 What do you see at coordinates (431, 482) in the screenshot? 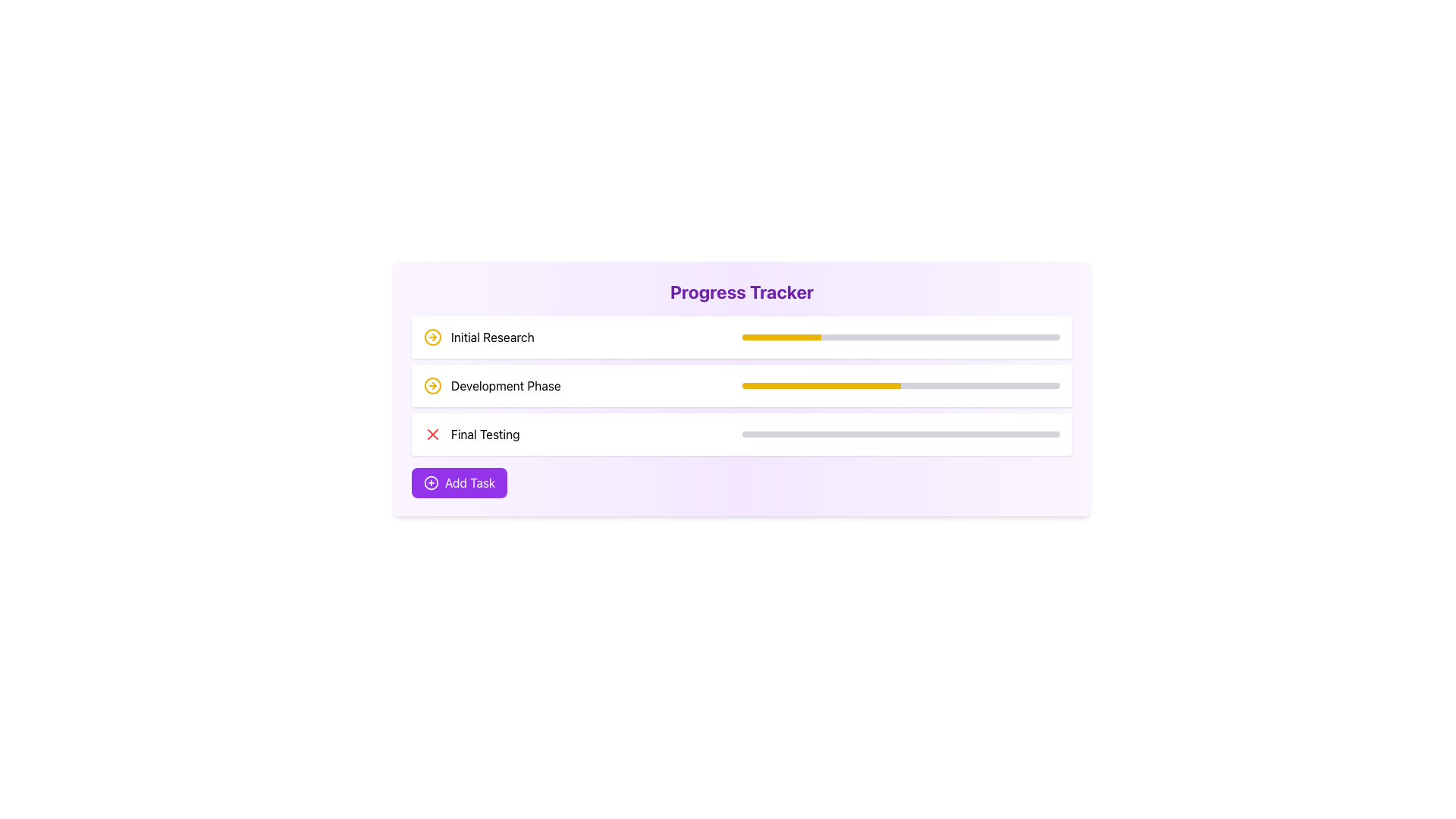
I see `the vector-based graphical component inside the 'Add Task' button, which is a purple circular icon with a plus sign, located in the bottom-left corner of the task progression interface` at bounding box center [431, 482].